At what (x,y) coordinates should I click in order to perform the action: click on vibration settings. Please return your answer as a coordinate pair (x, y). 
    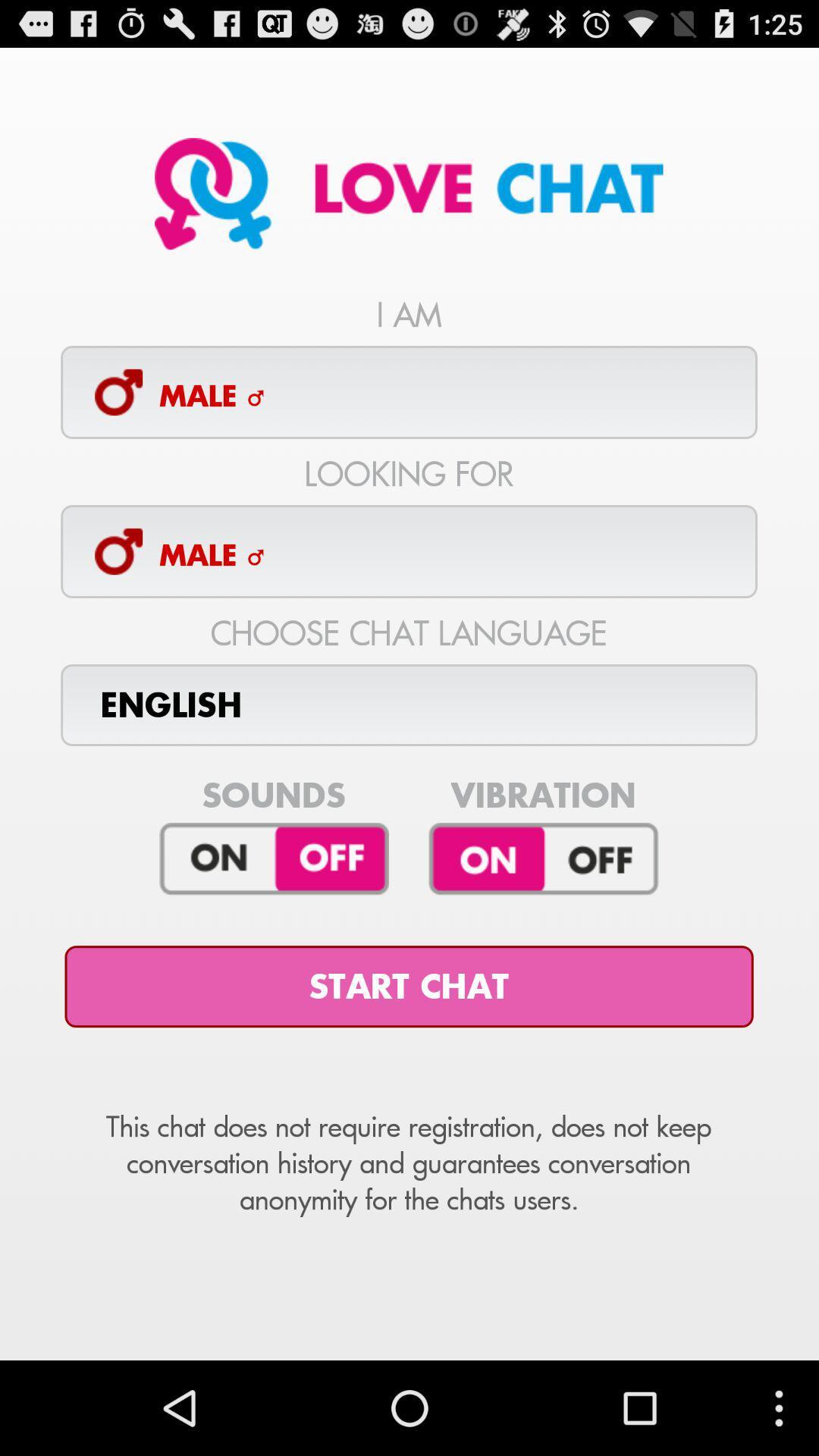
    Looking at the image, I should click on (543, 859).